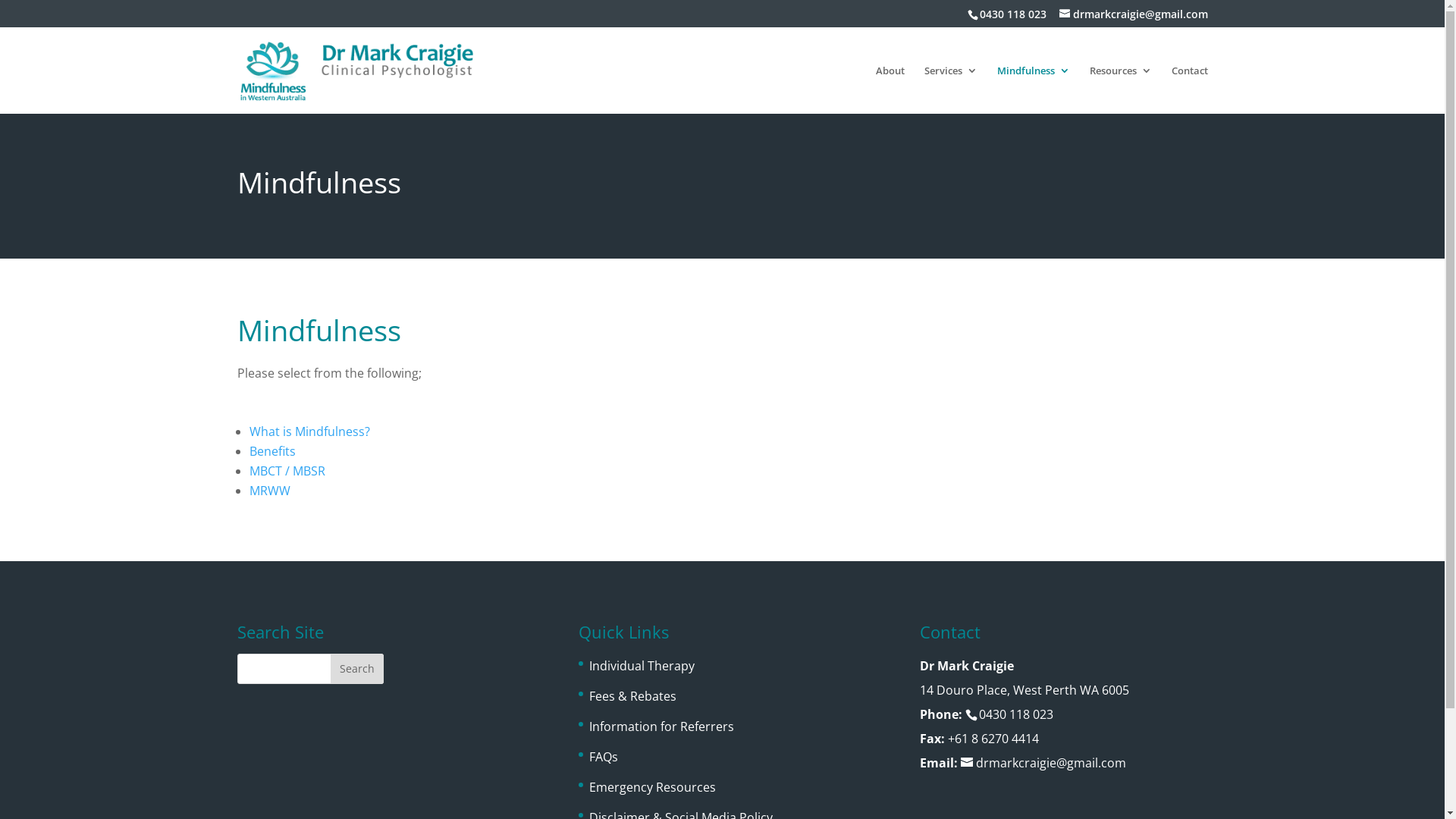 This screenshot has height=819, width=1456. What do you see at coordinates (661, 725) in the screenshot?
I see `'Information for Referrers'` at bounding box center [661, 725].